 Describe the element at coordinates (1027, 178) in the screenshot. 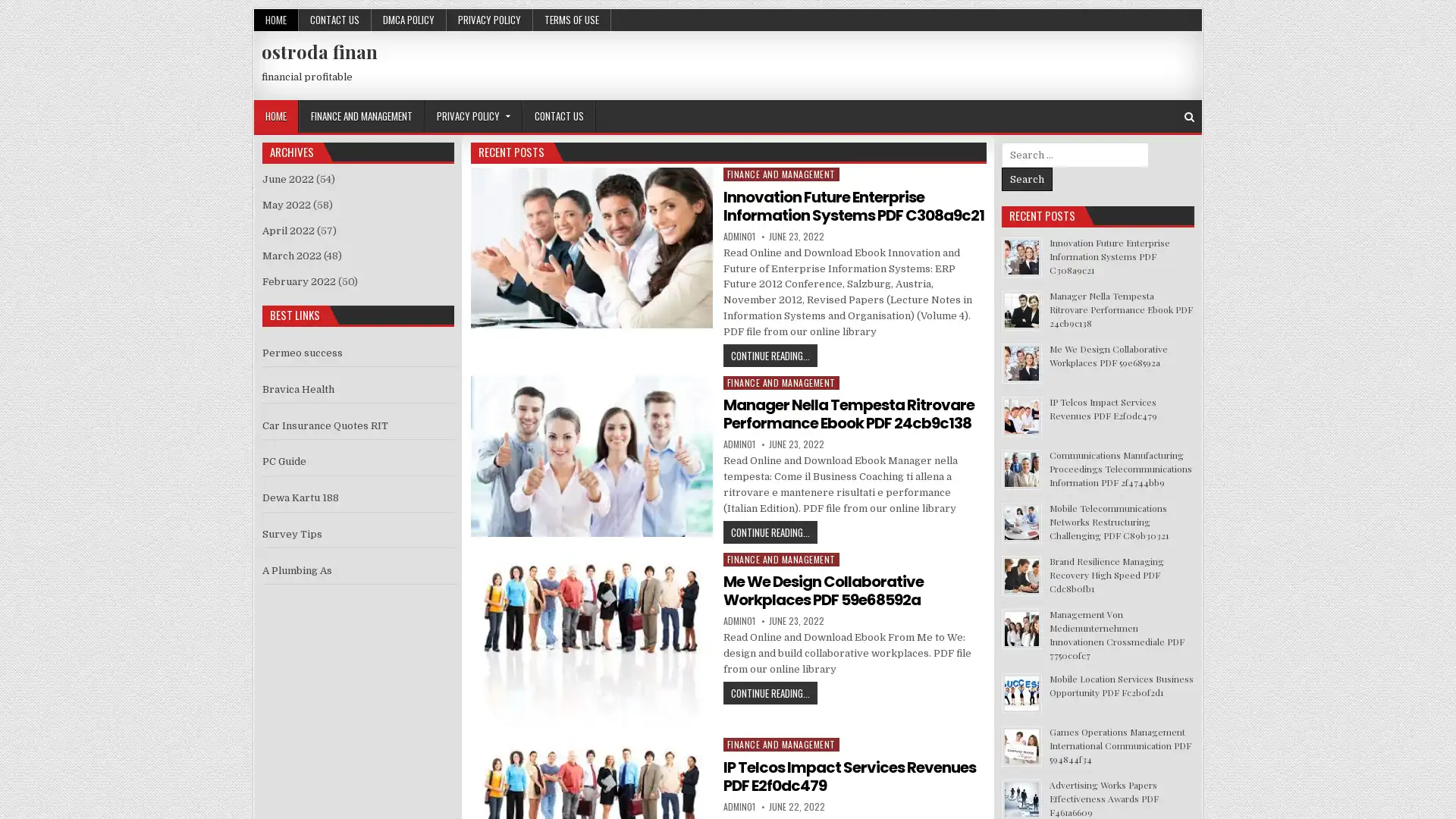

I see `Search` at that location.